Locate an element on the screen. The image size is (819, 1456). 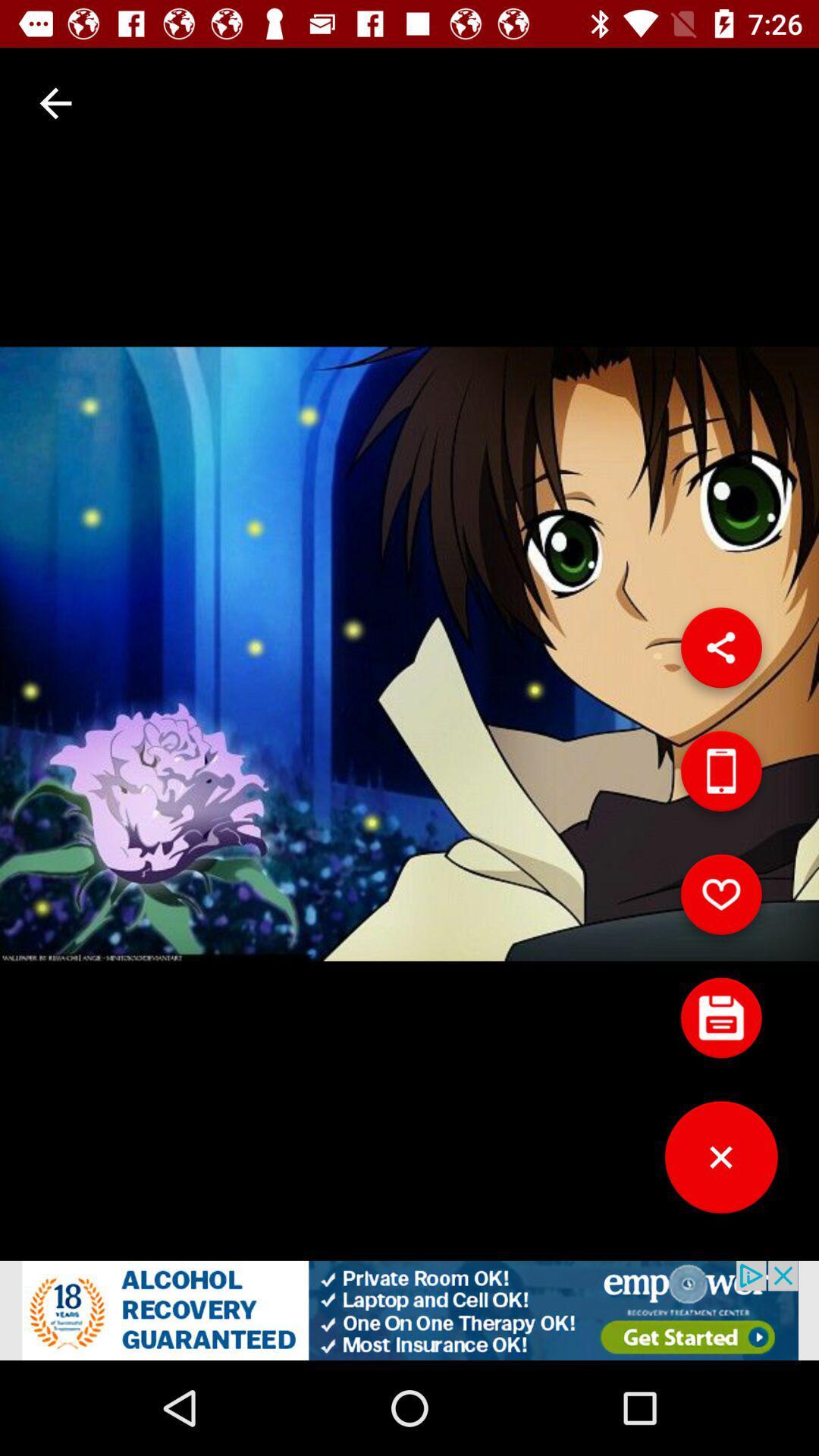
selfe button is located at coordinates (720, 777).